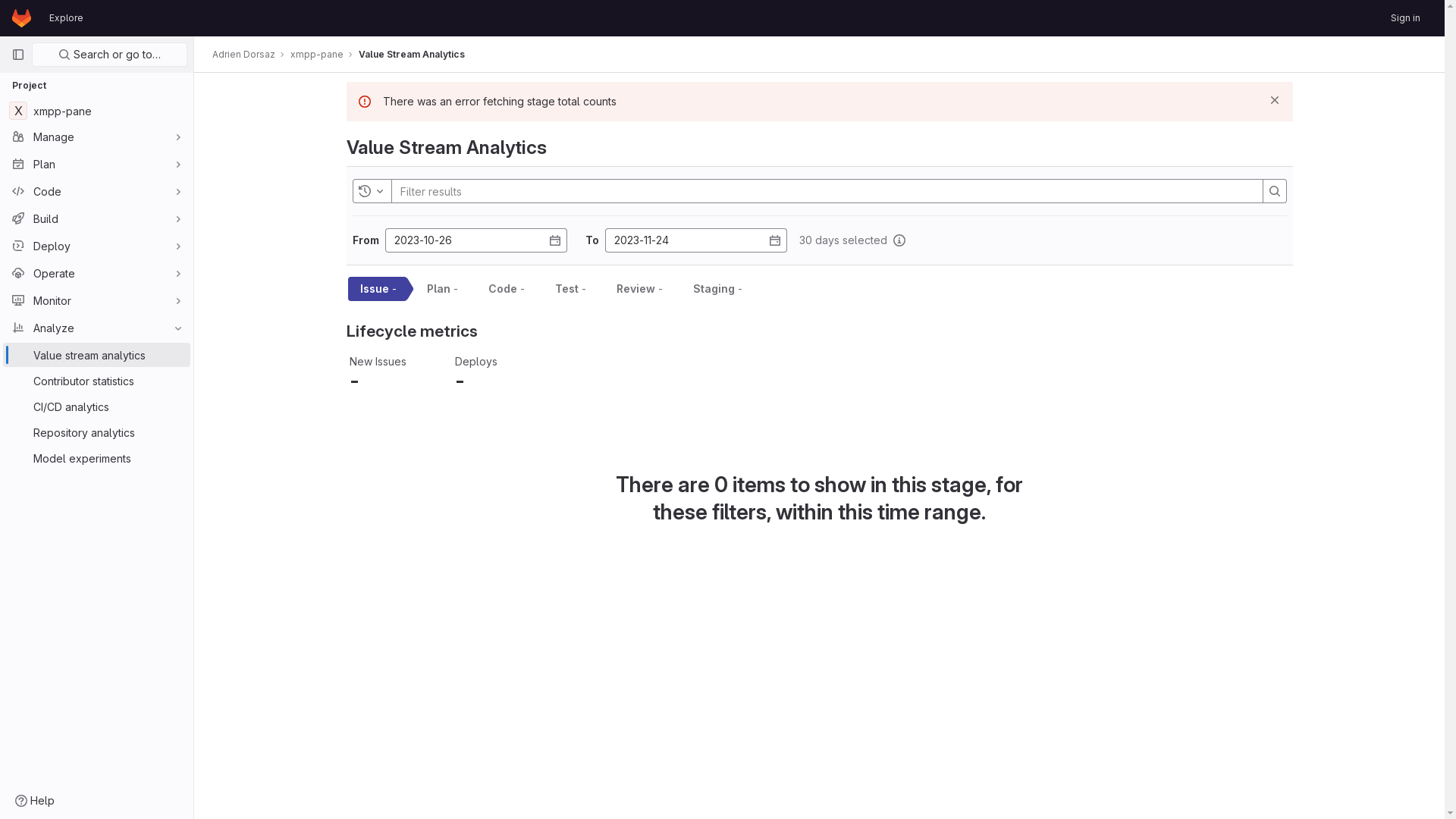 The height and width of the screenshot is (819, 1456). I want to click on 'Value Stream Analytics', so click(358, 54).